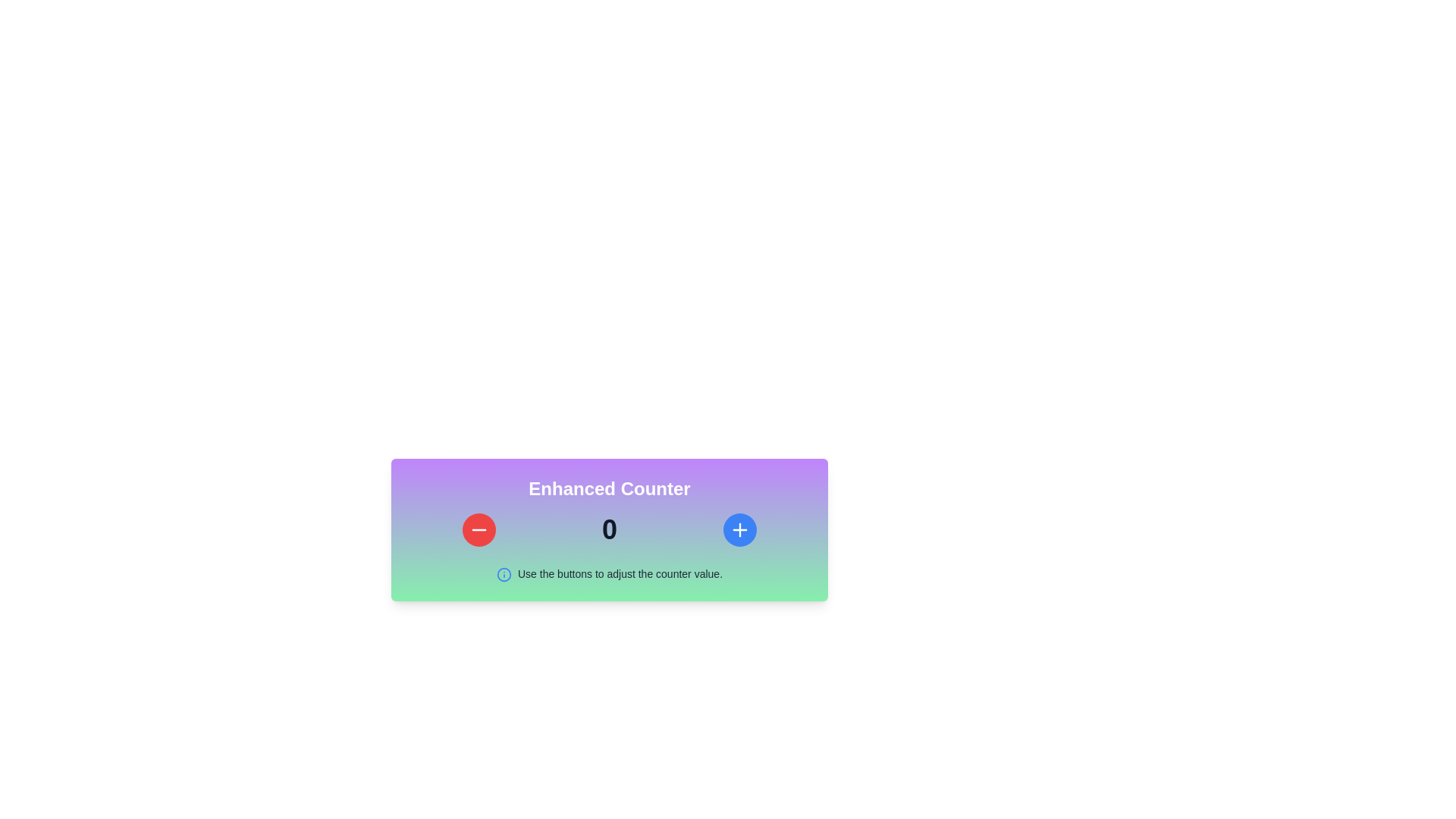  Describe the element at coordinates (609, 529) in the screenshot. I see `the Text display that shows the current value of a counter, located between two buttons for decreasing and increasing the count` at that location.